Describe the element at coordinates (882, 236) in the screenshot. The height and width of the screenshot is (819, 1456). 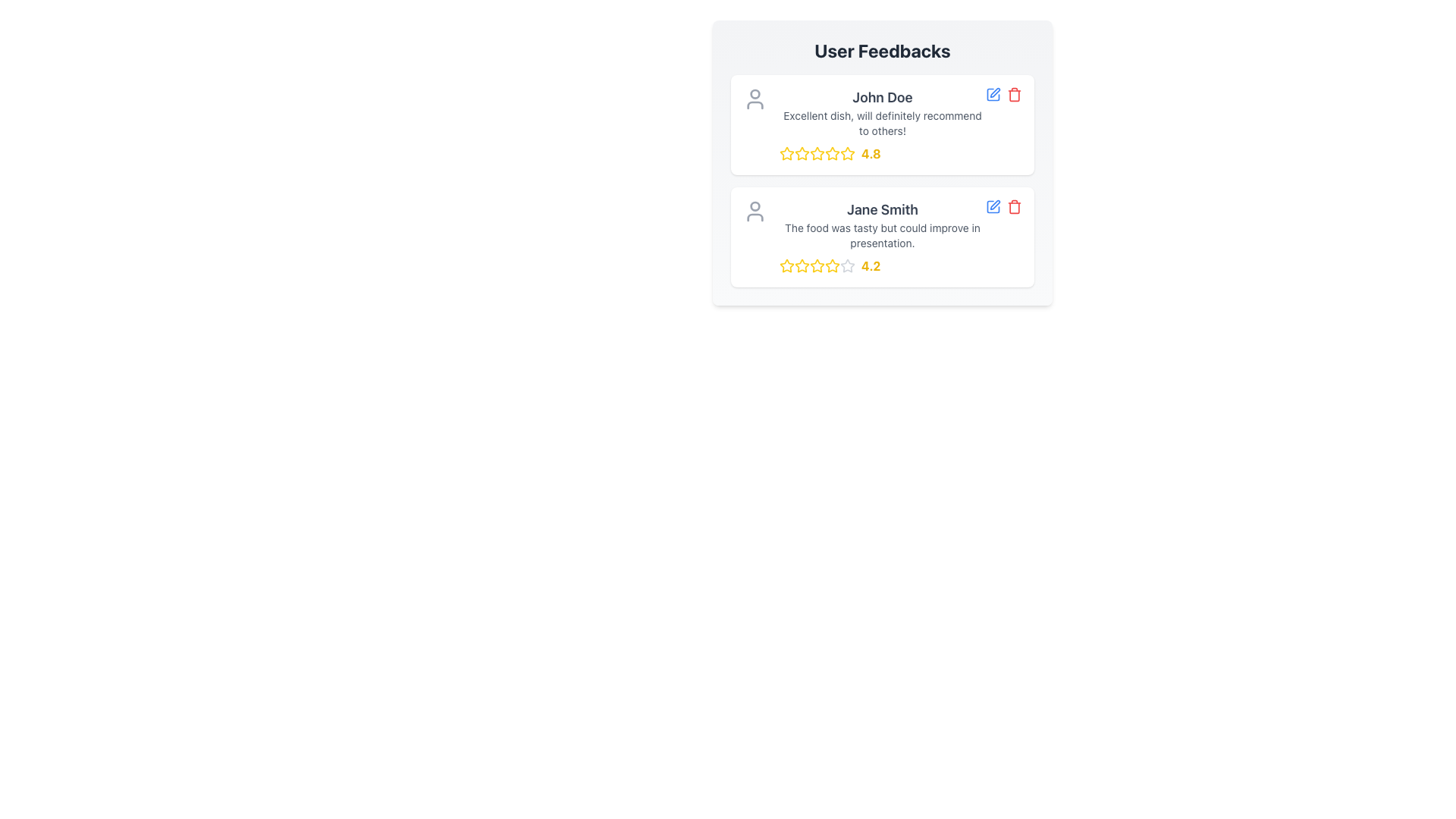
I see `the Text Label displaying user feedback for 'Jane Smith' located in the 'User Feedbacks' section` at that location.